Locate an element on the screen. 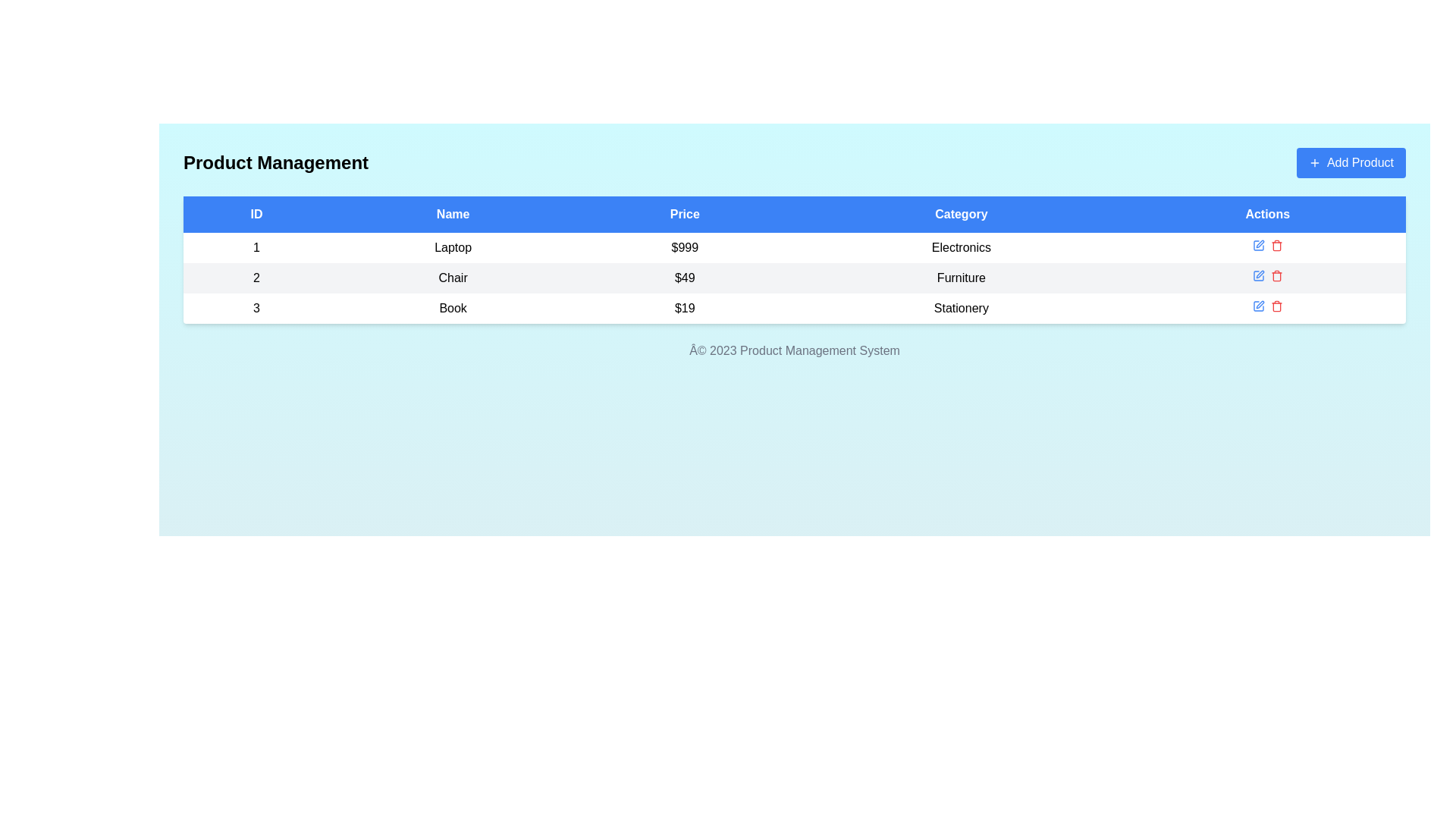 This screenshot has width=1456, height=819. the editing icon button located in the 'Actions' column of the third row in the table is located at coordinates (1260, 304).